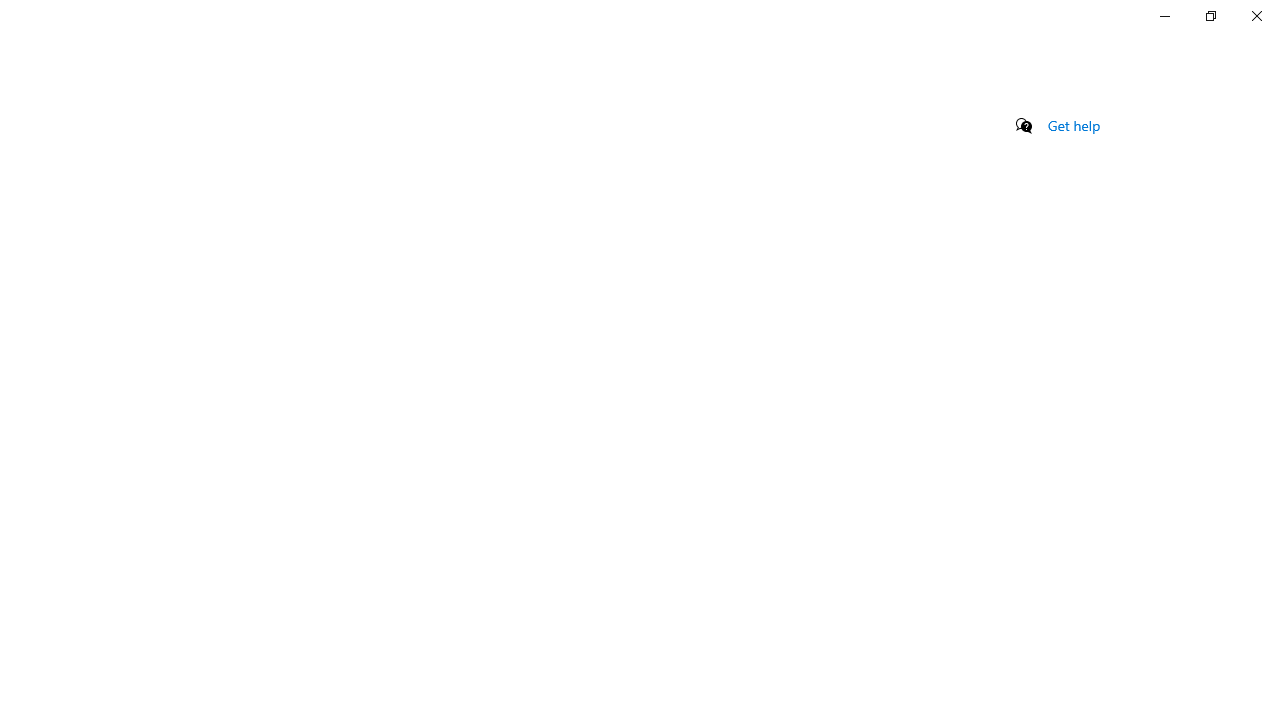  Describe the element at coordinates (1164, 15) in the screenshot. I see `'Minimize Settings'` at that location.